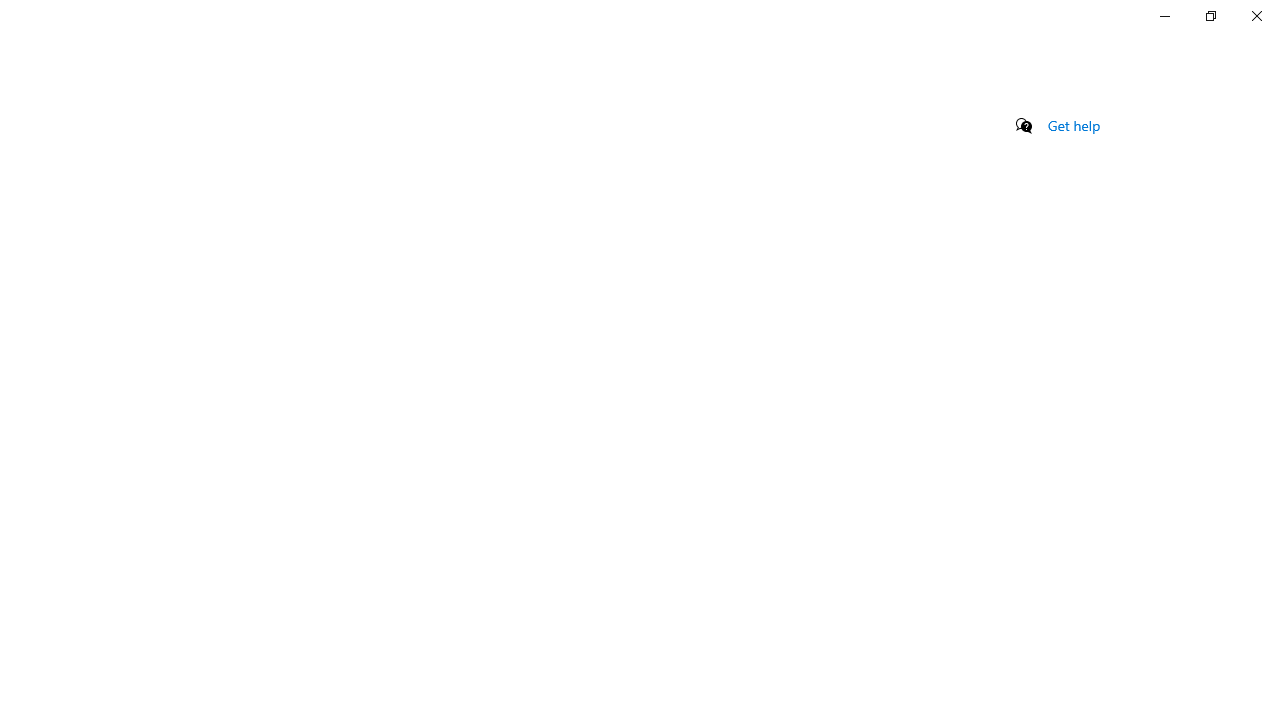  Describe the element at coordinates (1164, 15) in the screenshot. I see `'Minimize Settings'` at that location.